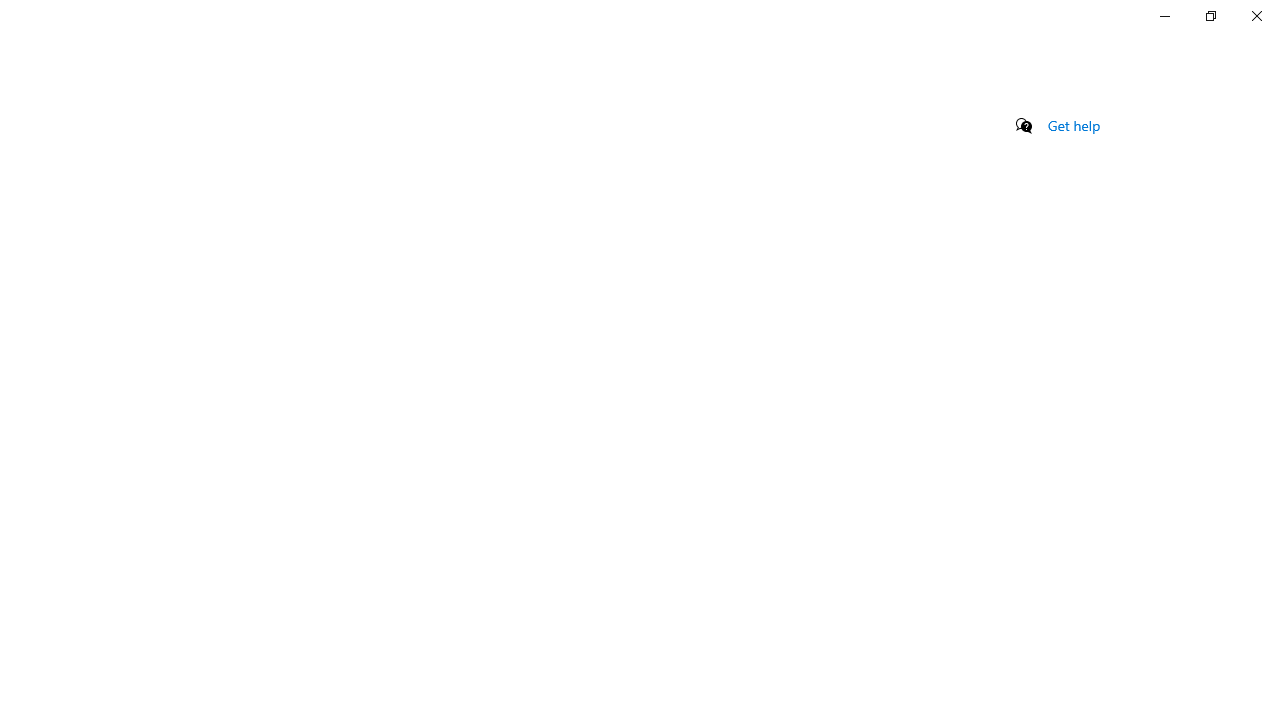  Describe the element at coordinates (1164, 15) in the screenshot. I see `'Minimize Settings'` at that location.